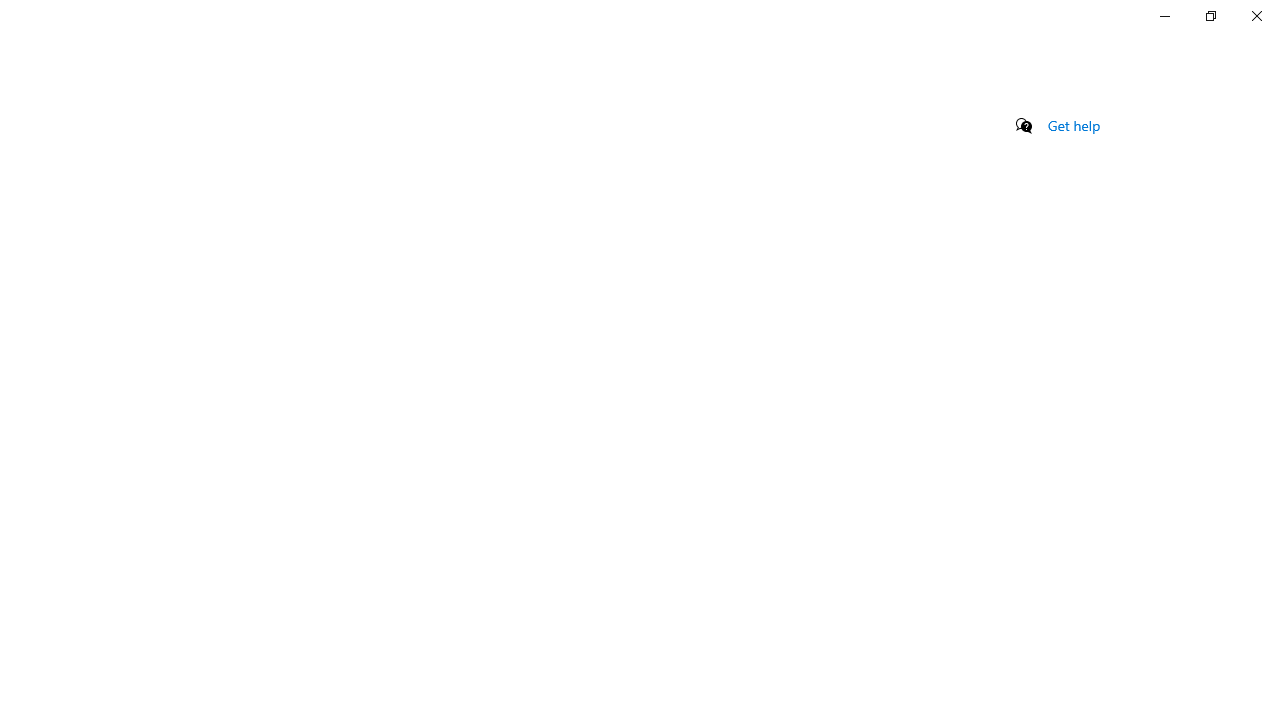  Describe the element at coordinates (1164, 15) in the screenshot. I see `'Minimize Settings'` at that location.